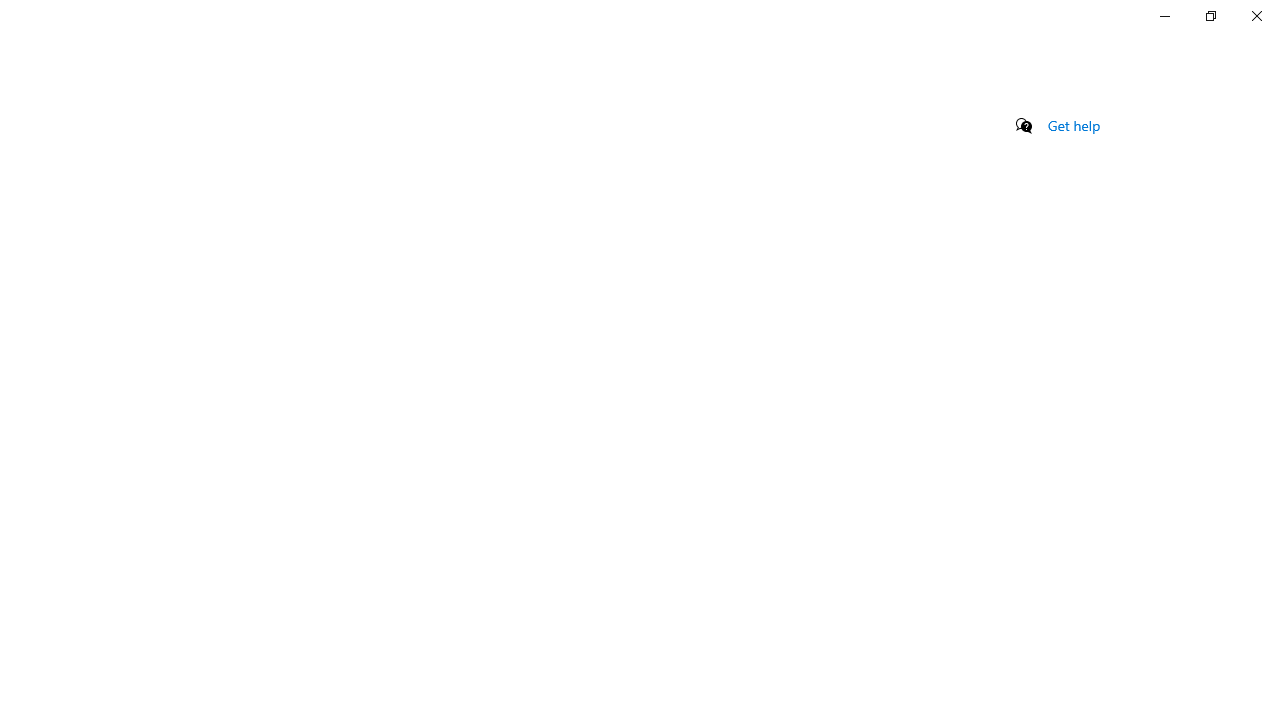  Describe the element at coordinates (1164, 15) in the screenshot. I see `'Minimize Settings'` at that location.